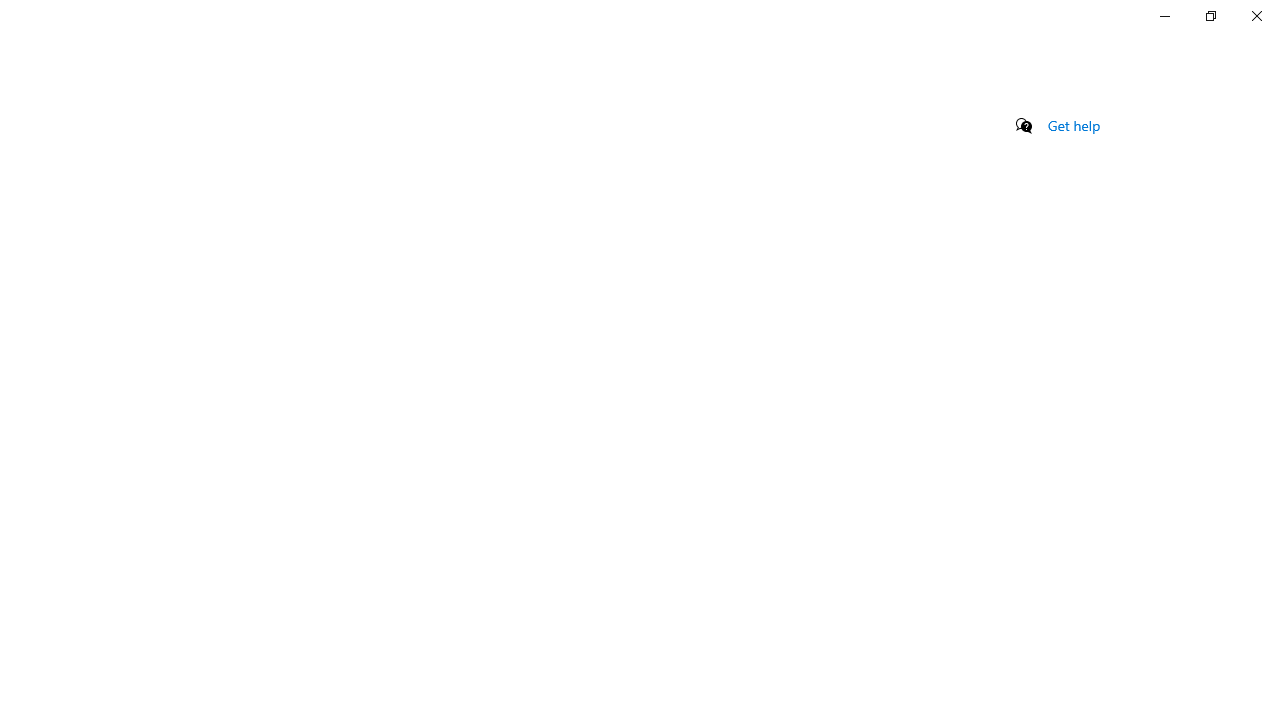  Describe the element at coordinates (1164, 15) in the screenshot. I see `'Minimize Settings'` at that location.